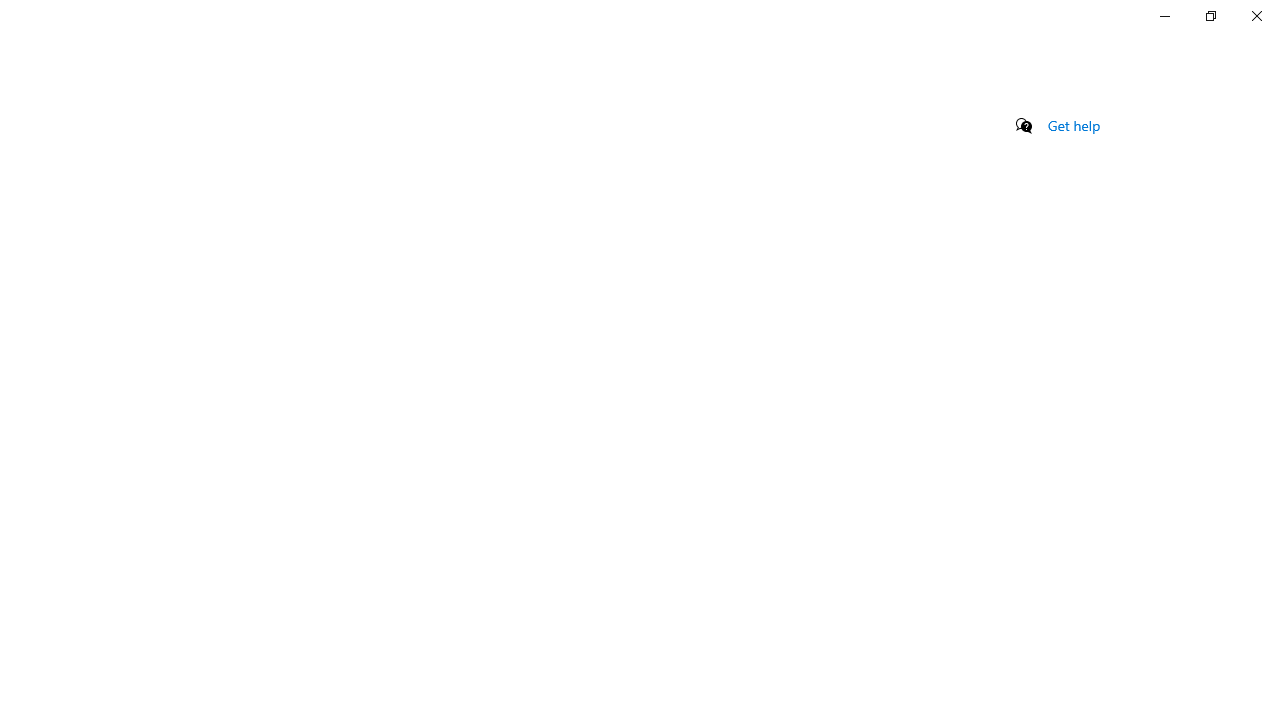  Describe the element at coordinates (1164, 15) in the screenshot. I see `'Minimize Settings'` at that location.